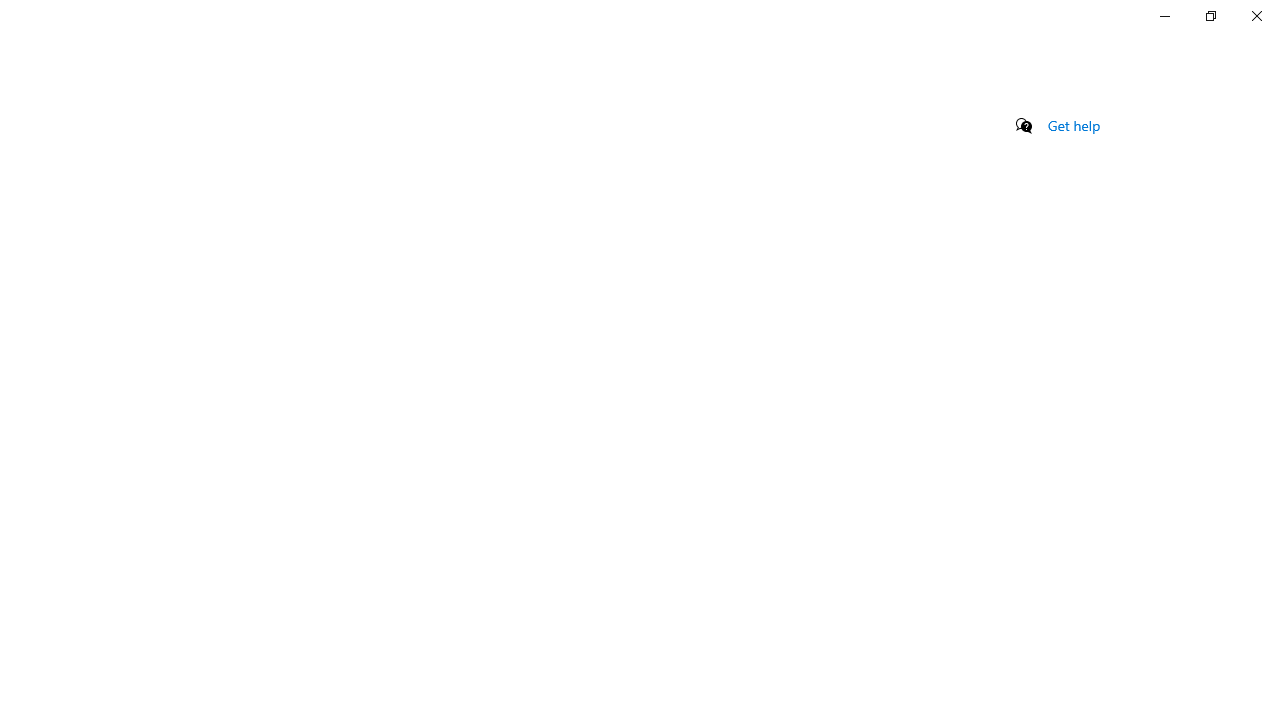  Describe the element at coordinates (1164, 15) in the screenshot. I see `'Minimize Settings'` at that location.